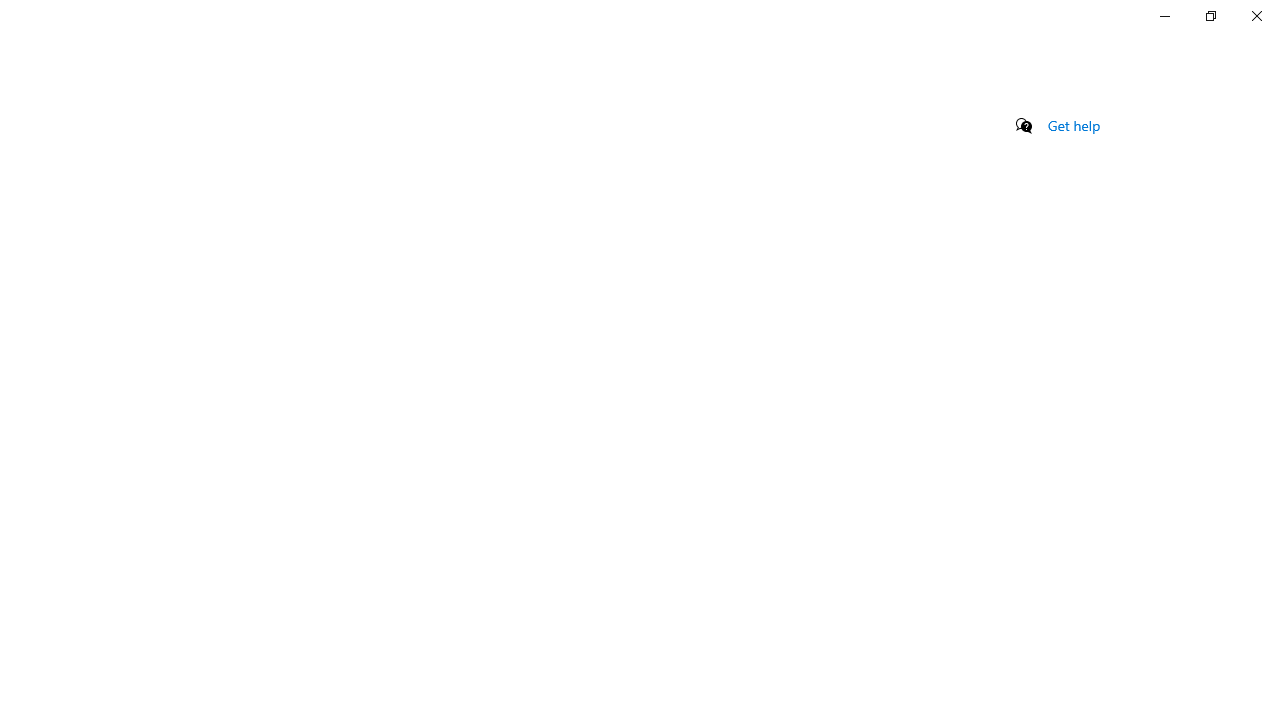  Describe the element at coordinates (1164, 15) in the screenshot. I see `'Minimize Settings'` at that location.